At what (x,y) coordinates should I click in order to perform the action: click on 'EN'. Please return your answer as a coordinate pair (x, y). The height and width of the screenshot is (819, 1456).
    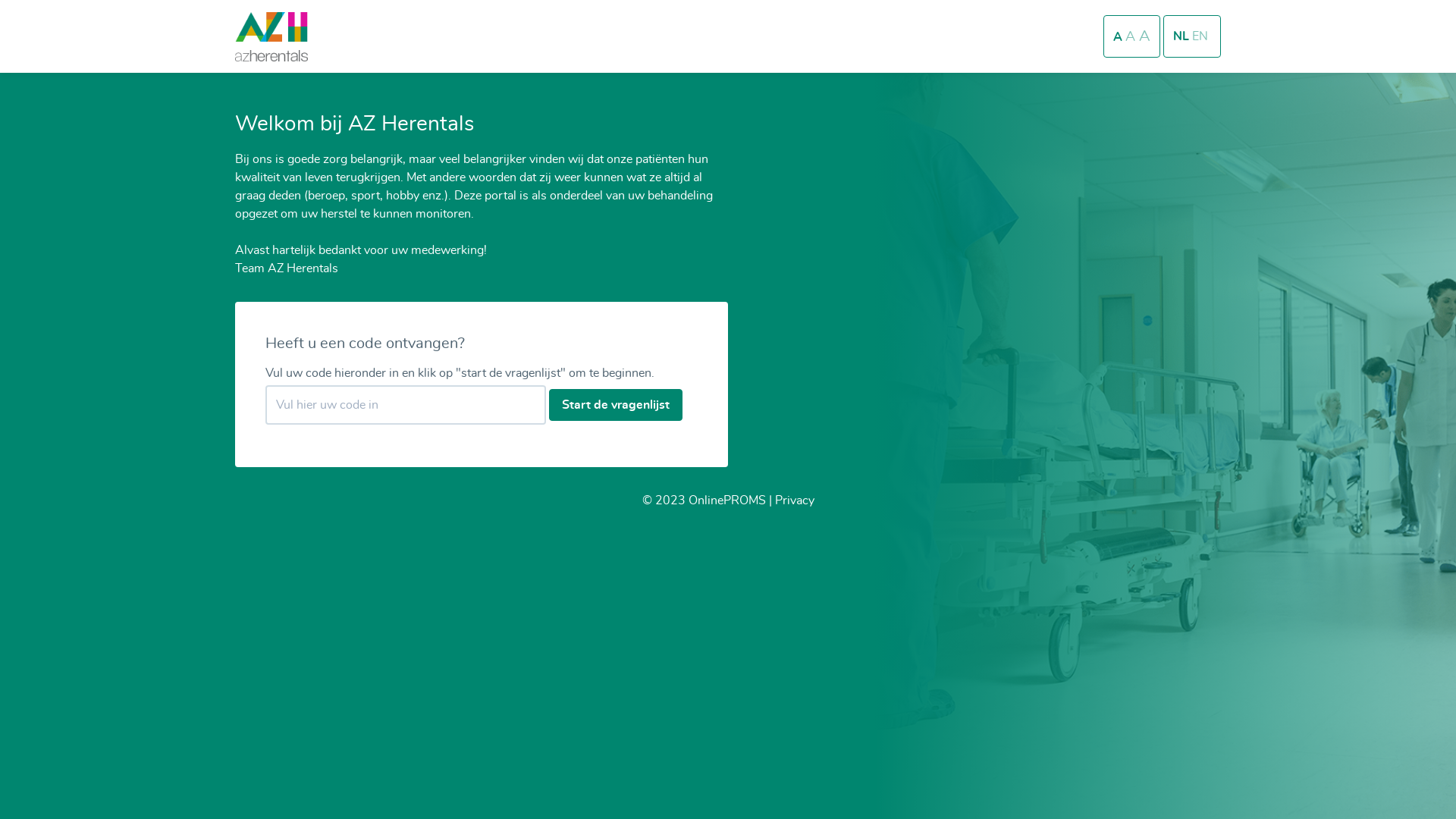
    Looking at the image, I should click on (1199, 35).